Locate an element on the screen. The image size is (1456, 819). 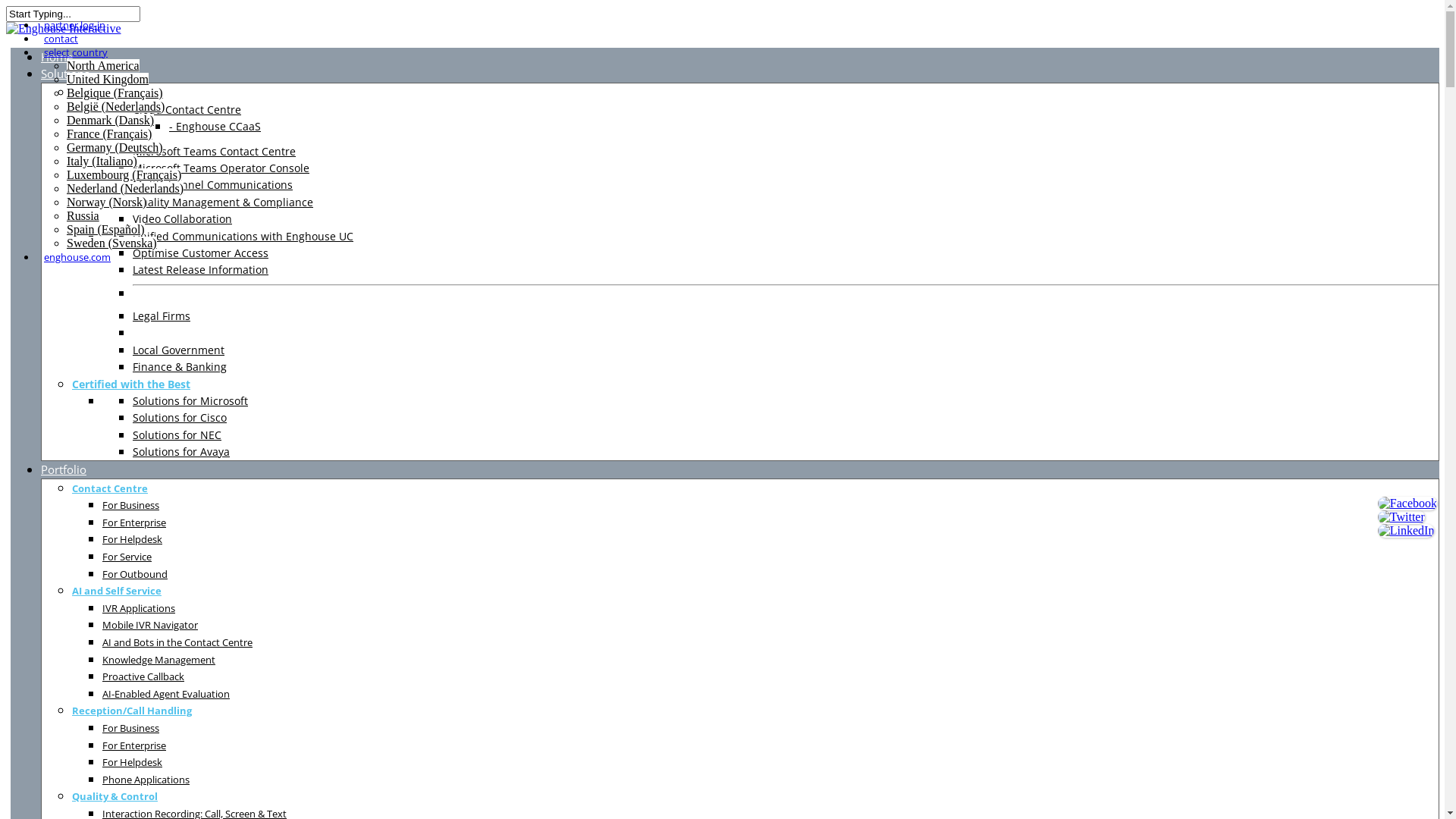
'enghouse.com' is located at coordinates (76, 256).